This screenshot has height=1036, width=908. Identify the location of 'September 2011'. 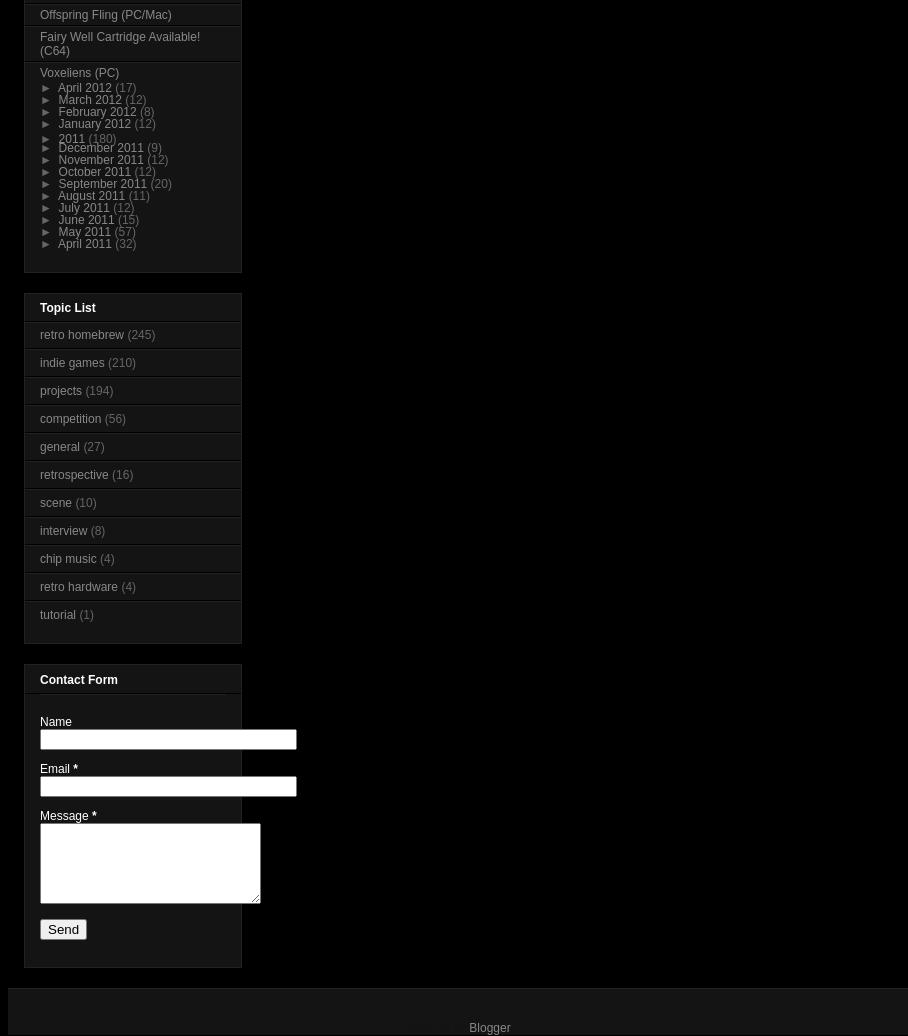
(58, 183).